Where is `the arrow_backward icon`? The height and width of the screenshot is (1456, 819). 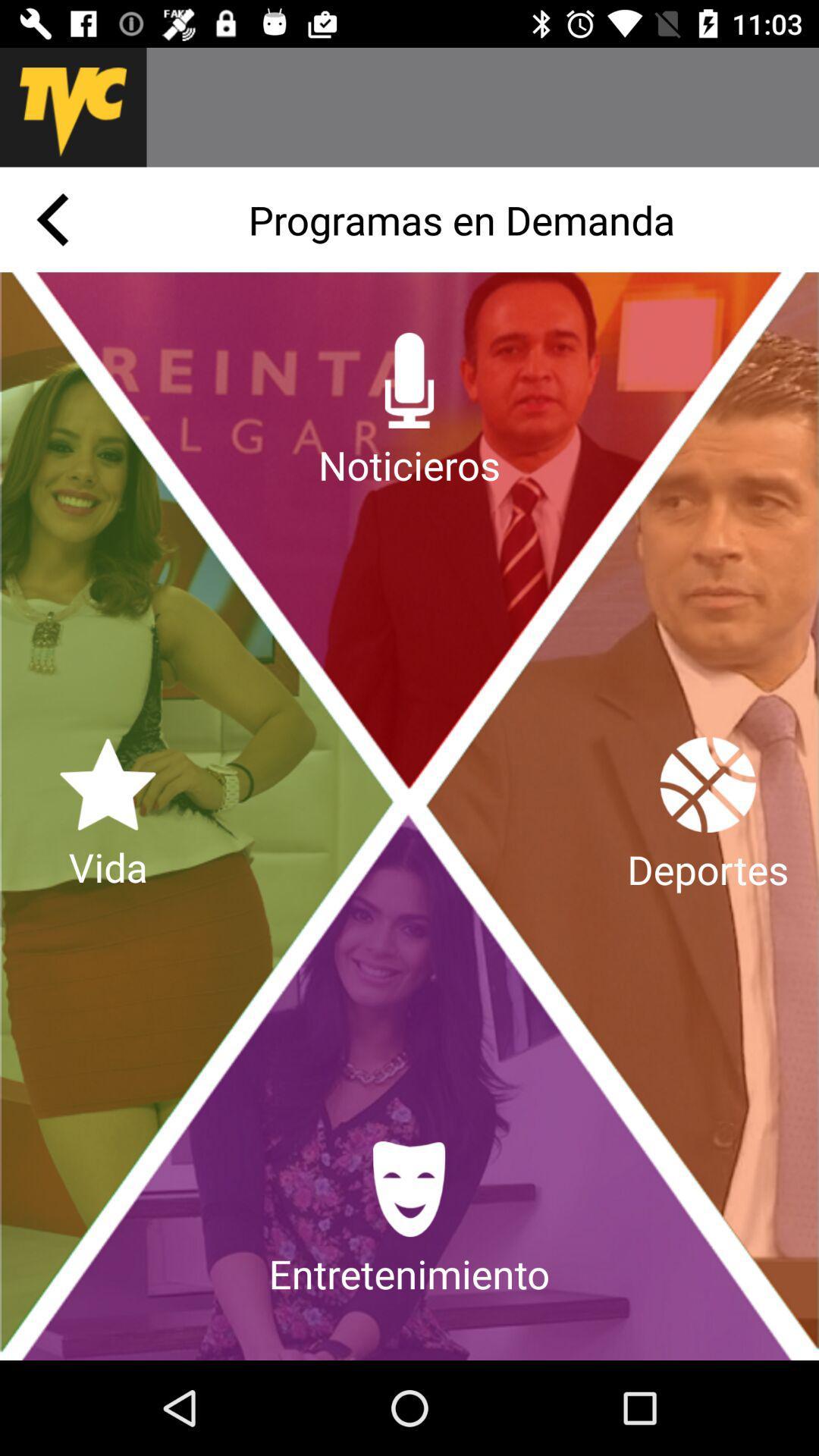 the arrow_backward icon is located at coordinates (52, 218).